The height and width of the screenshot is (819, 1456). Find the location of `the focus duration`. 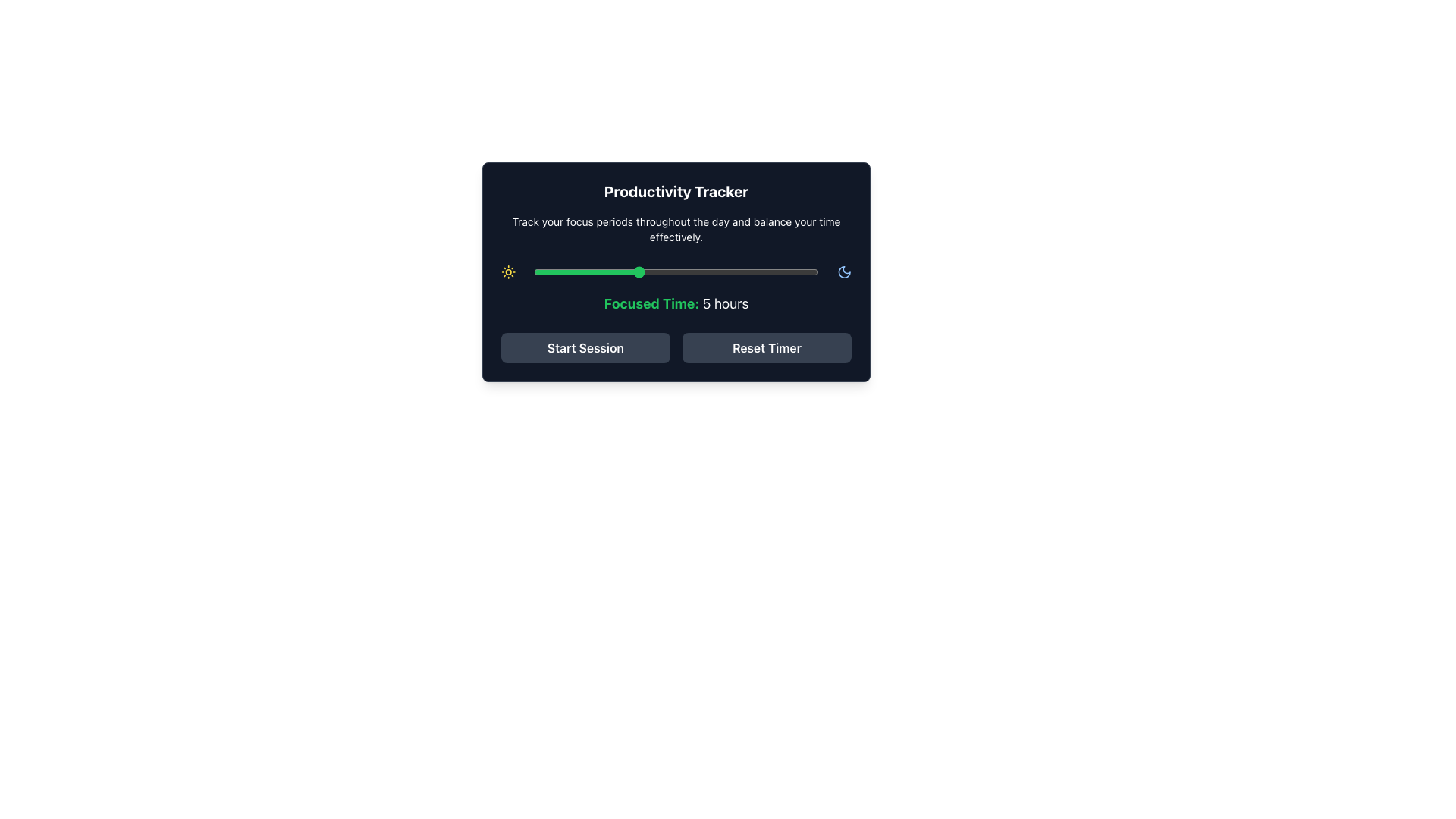

the focus duration is located at coordinates (534, 271).